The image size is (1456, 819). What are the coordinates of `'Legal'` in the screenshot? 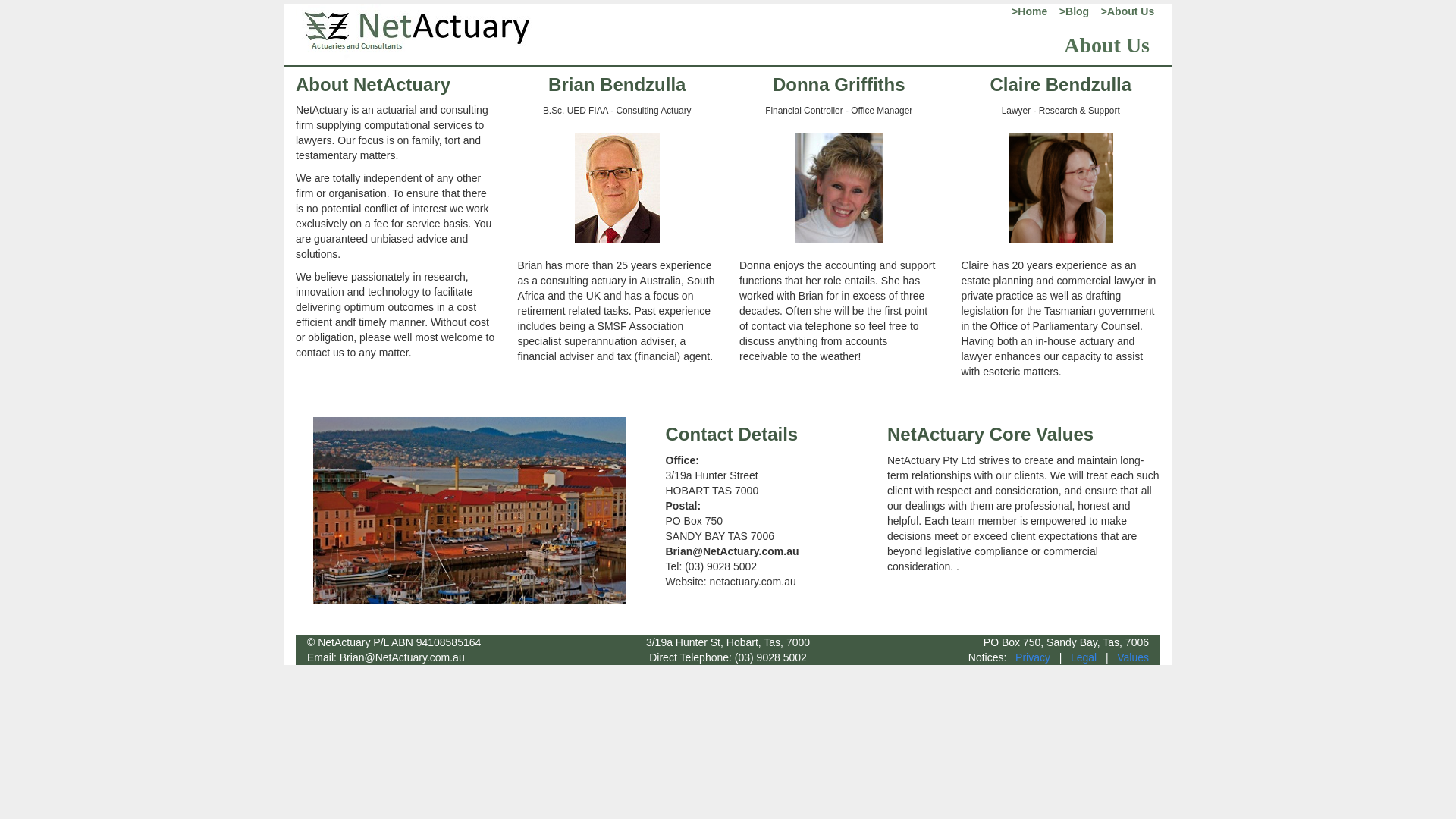 It's located at (1083, 657).